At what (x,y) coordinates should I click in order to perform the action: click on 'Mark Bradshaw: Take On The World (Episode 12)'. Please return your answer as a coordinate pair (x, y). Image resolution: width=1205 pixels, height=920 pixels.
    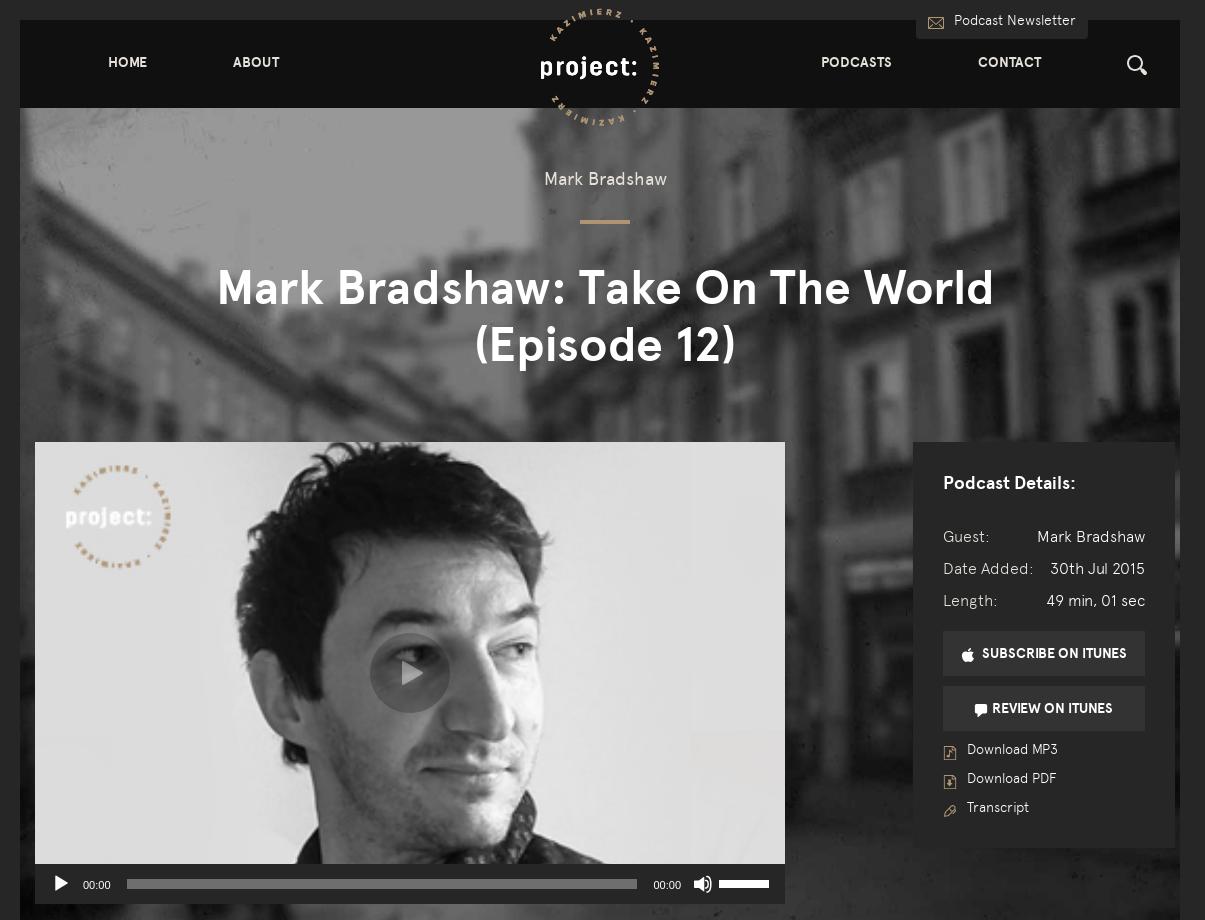
    Looking at the image, I should click on (604, 316).